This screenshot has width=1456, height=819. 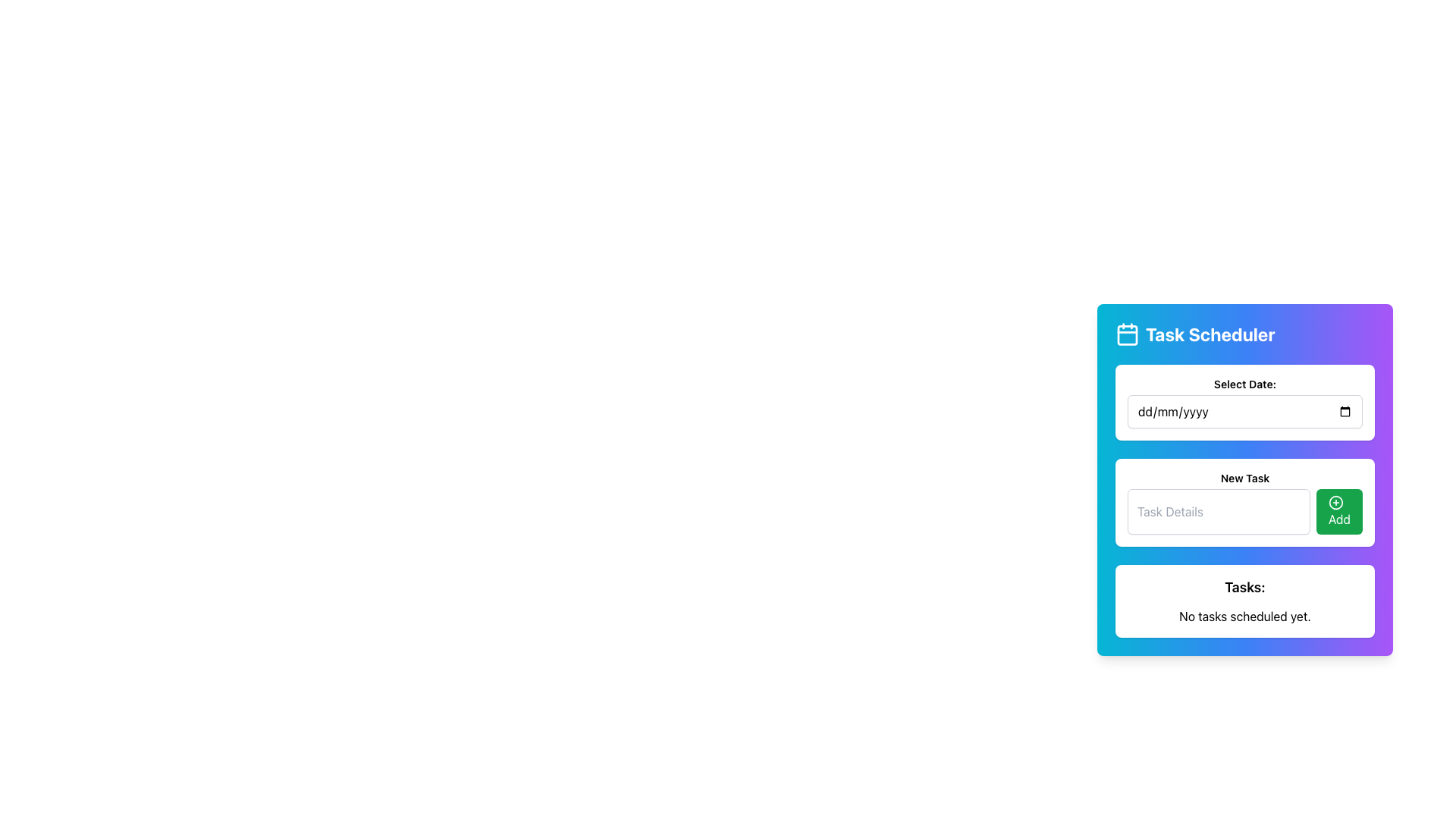 What do you see at coordinates (1244, 617) in the screenshot?
I see `the text label displaying 'No tasks scheduled yet.' located below the heading 'Tasks:' in a section with a white background` at bounding box center [1244, 617].